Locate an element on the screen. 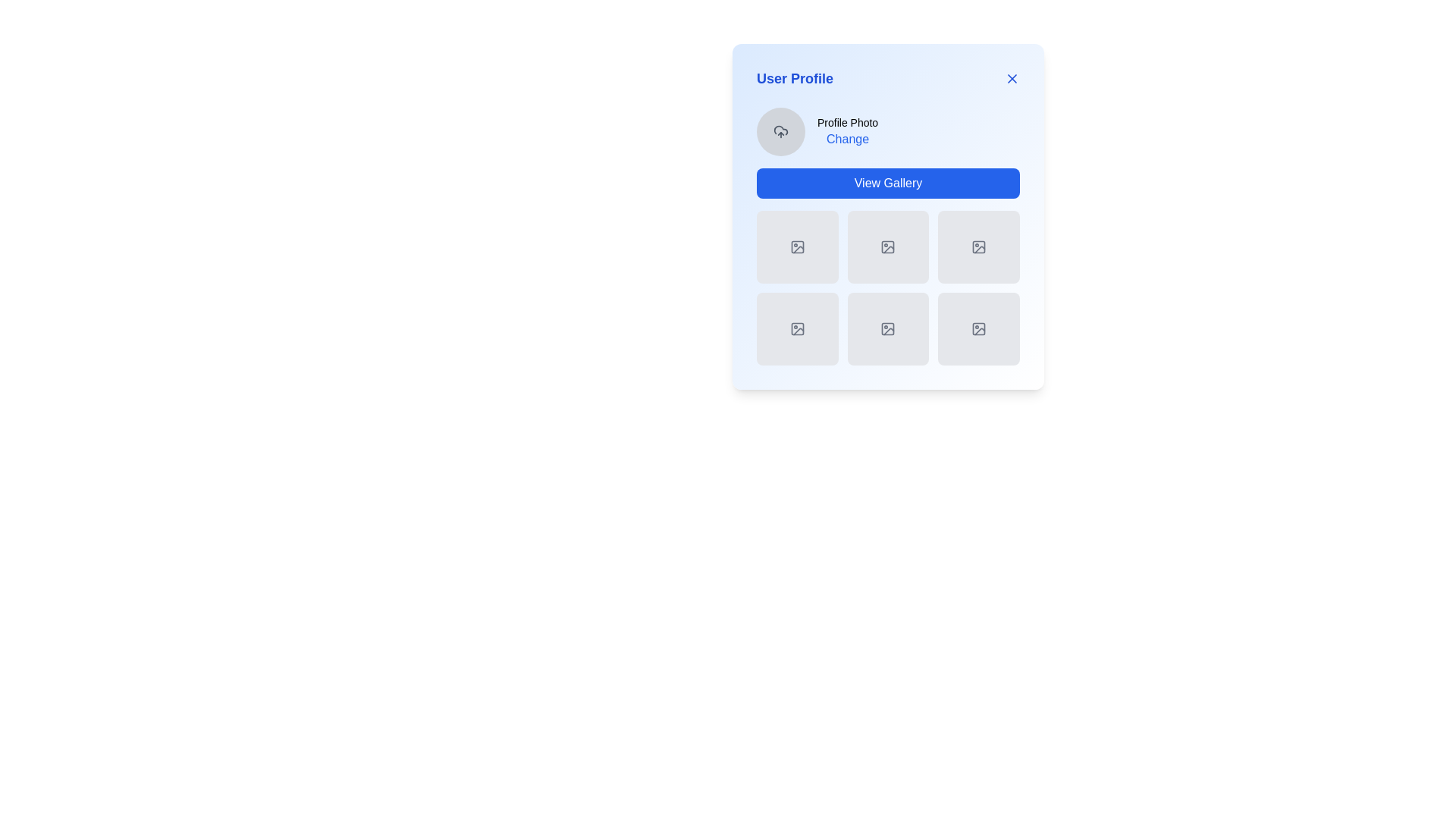 The image size is (1456, 819). the 'Change' textual link located is located at coordinates (847, 140).